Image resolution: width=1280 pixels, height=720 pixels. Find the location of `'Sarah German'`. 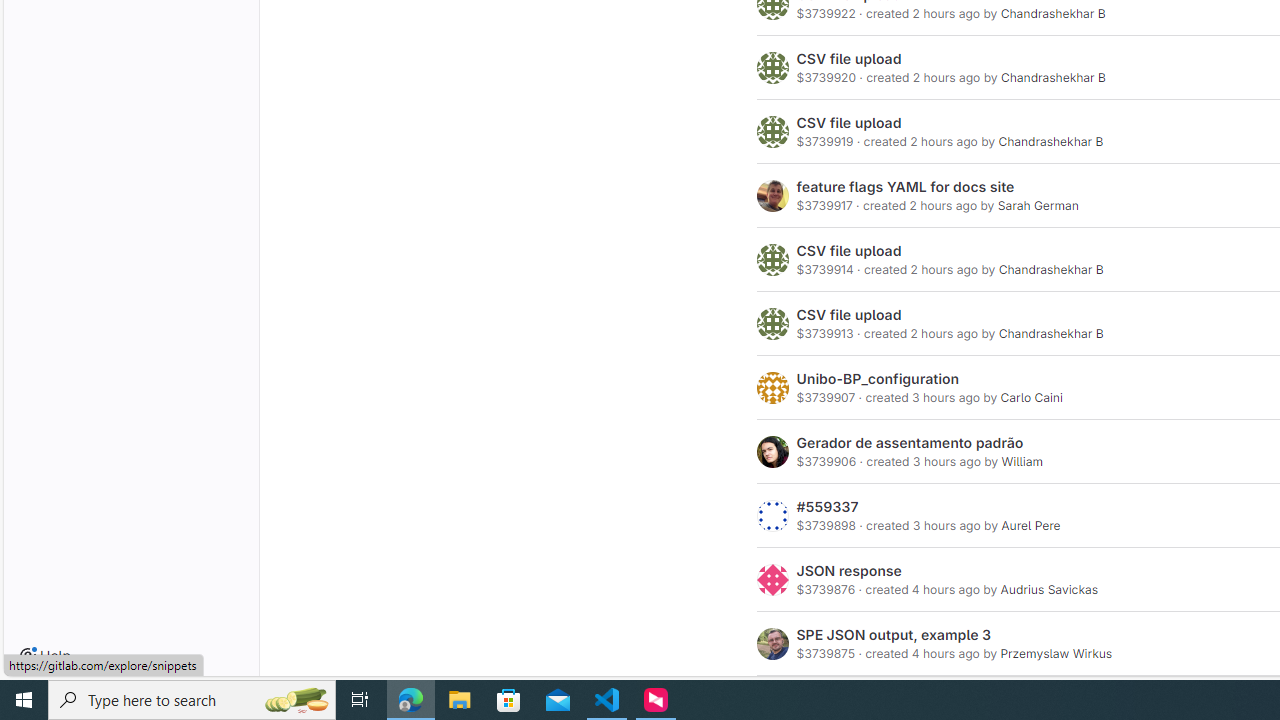

'Sarah German' is located at coordinates (1038, 205).